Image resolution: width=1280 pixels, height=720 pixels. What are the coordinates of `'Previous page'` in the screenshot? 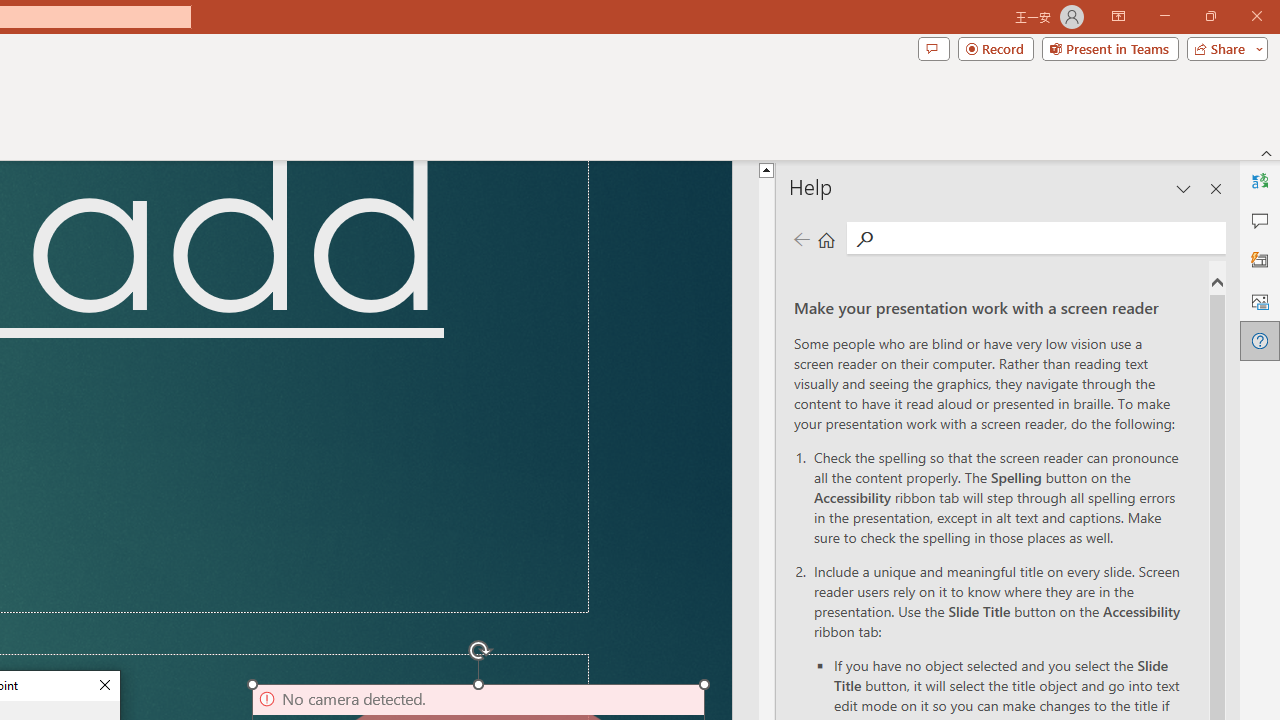 It's located at (801, 238).